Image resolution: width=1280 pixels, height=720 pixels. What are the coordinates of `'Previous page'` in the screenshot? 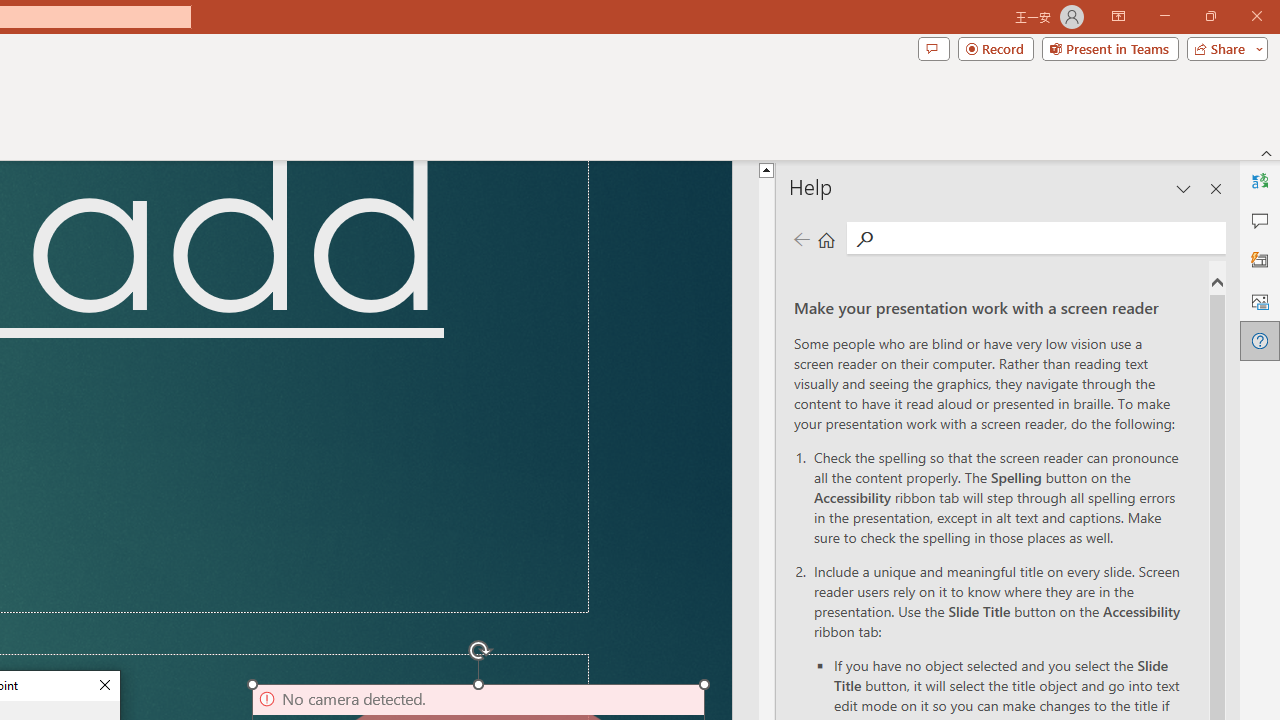 It's located at (801, 238).